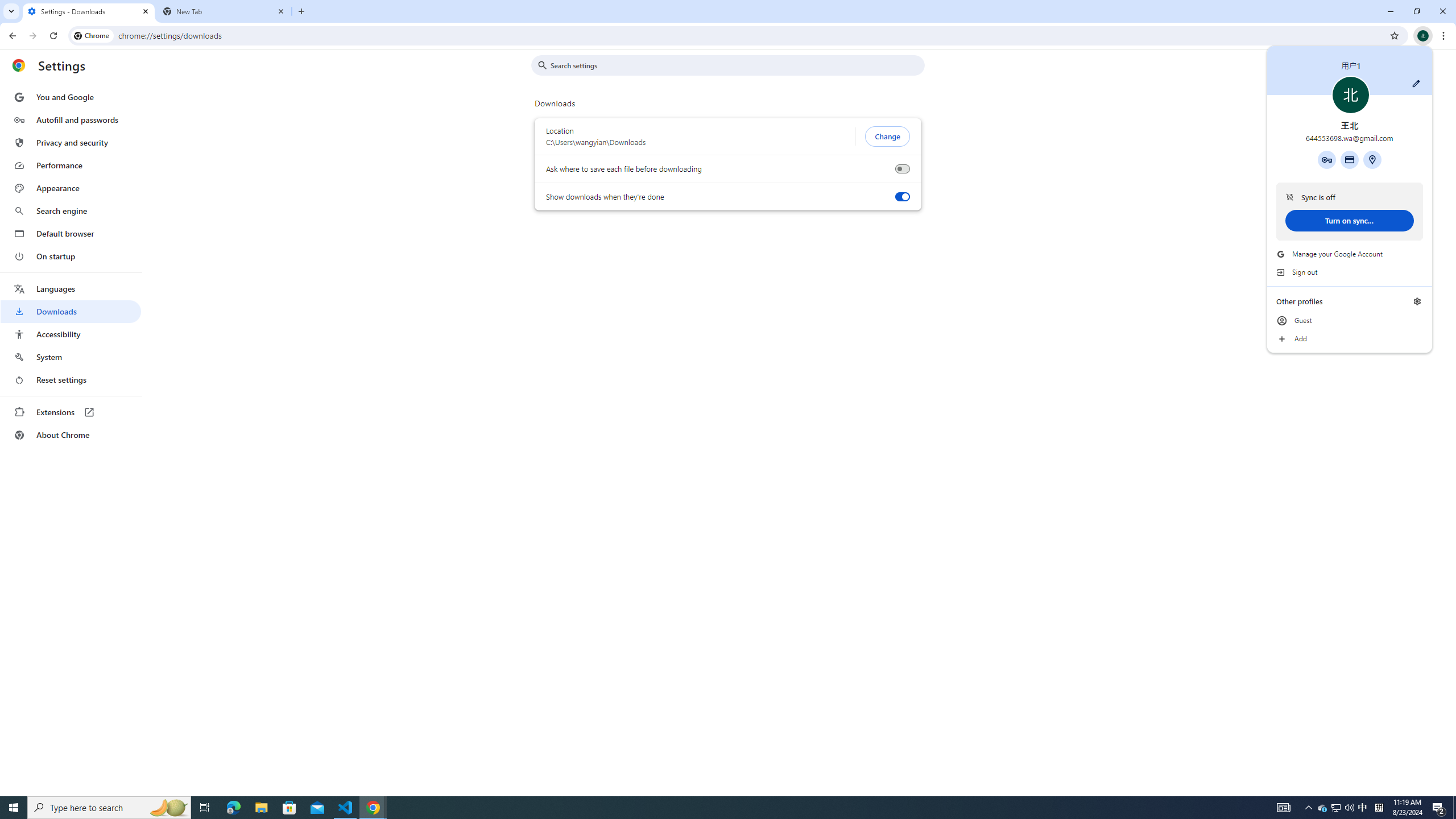 The width and height of the screenshot is (1456, 819). I want to click on 'Bookmark this tab', so click(1393, 35).